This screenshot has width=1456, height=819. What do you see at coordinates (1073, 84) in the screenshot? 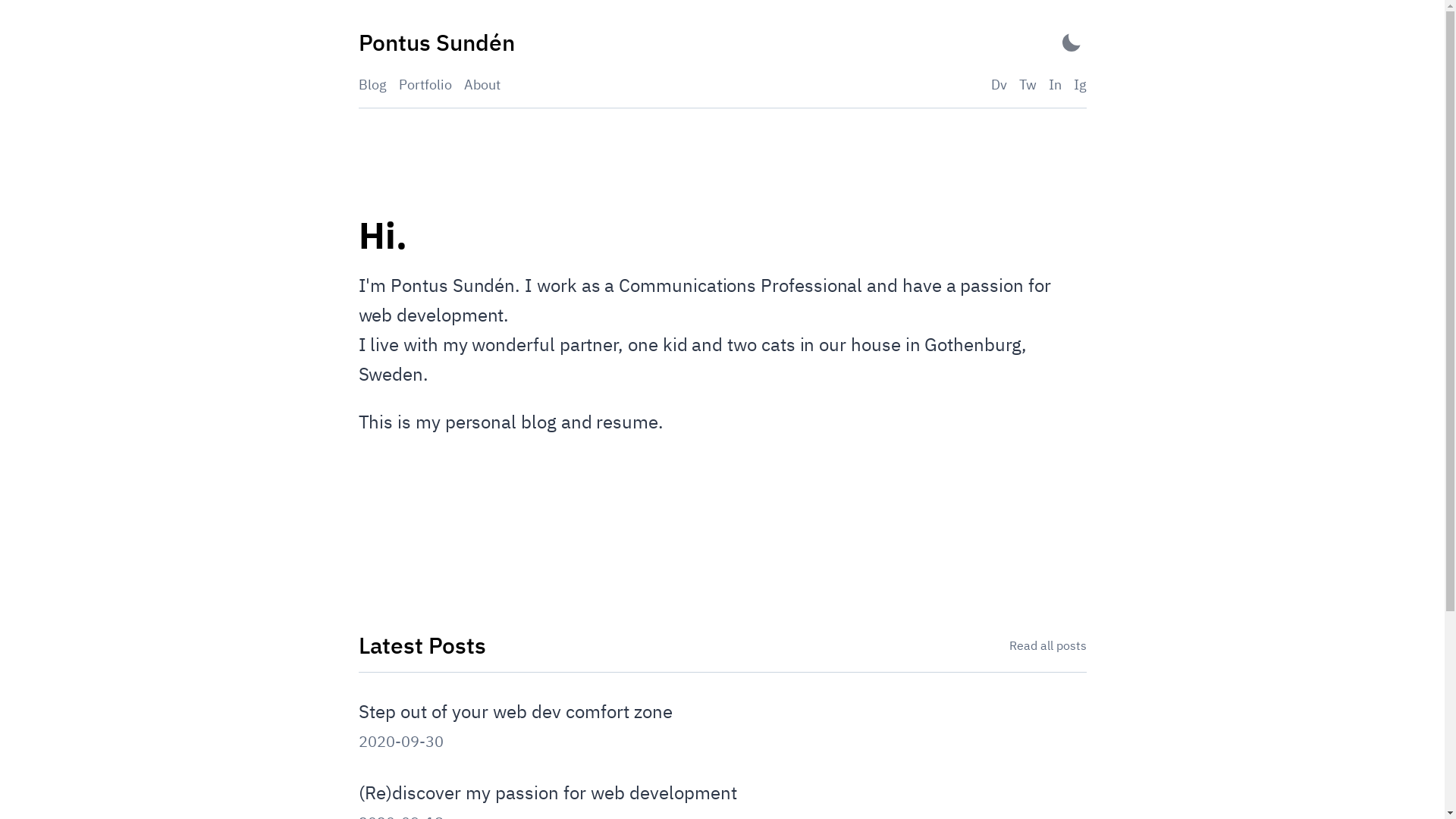
I see `'Ig'` at bounding box center [1073, 84].